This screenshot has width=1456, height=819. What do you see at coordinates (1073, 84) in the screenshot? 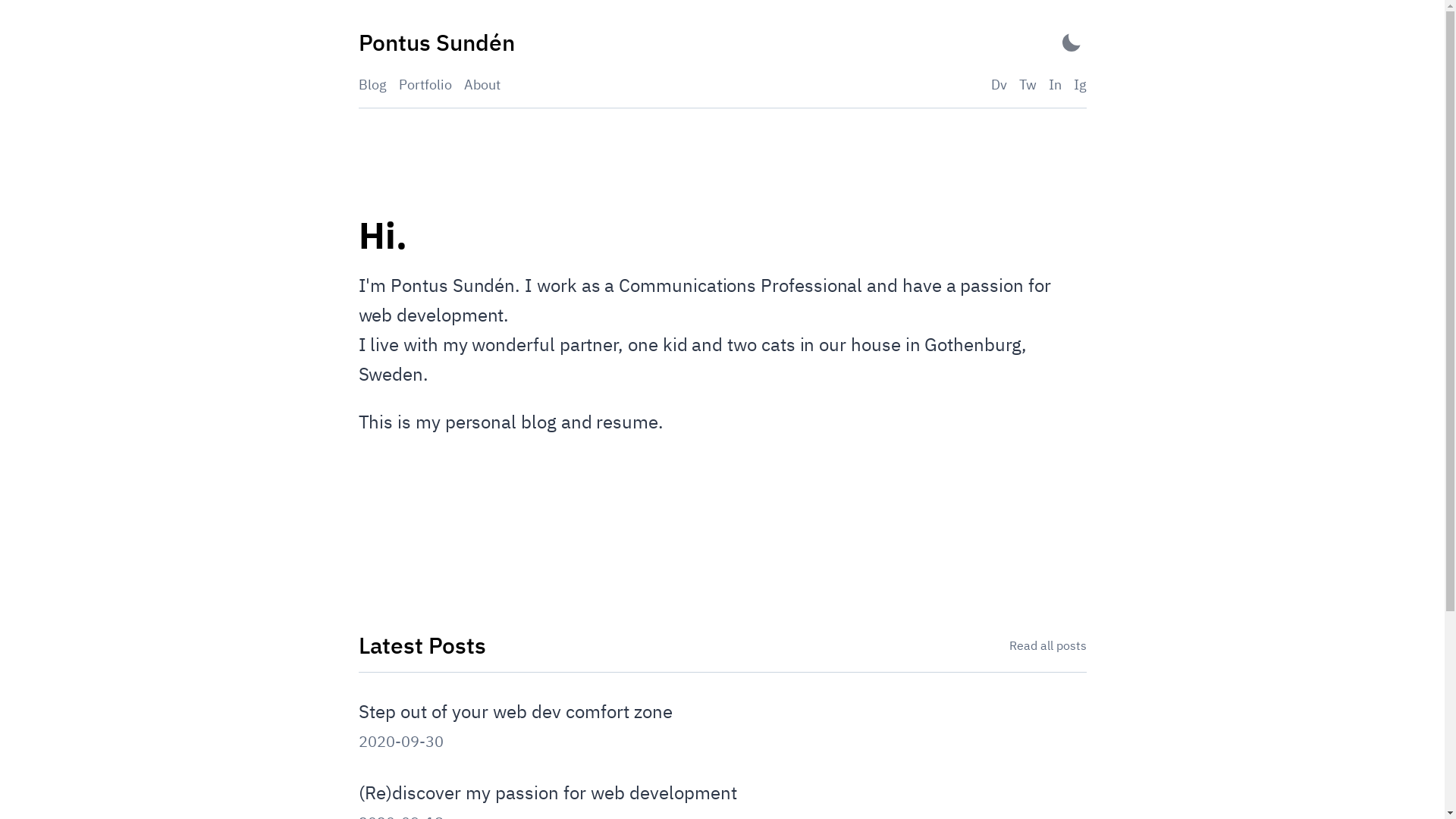
I see `'Ig'` at bounding box center [1073, 84].